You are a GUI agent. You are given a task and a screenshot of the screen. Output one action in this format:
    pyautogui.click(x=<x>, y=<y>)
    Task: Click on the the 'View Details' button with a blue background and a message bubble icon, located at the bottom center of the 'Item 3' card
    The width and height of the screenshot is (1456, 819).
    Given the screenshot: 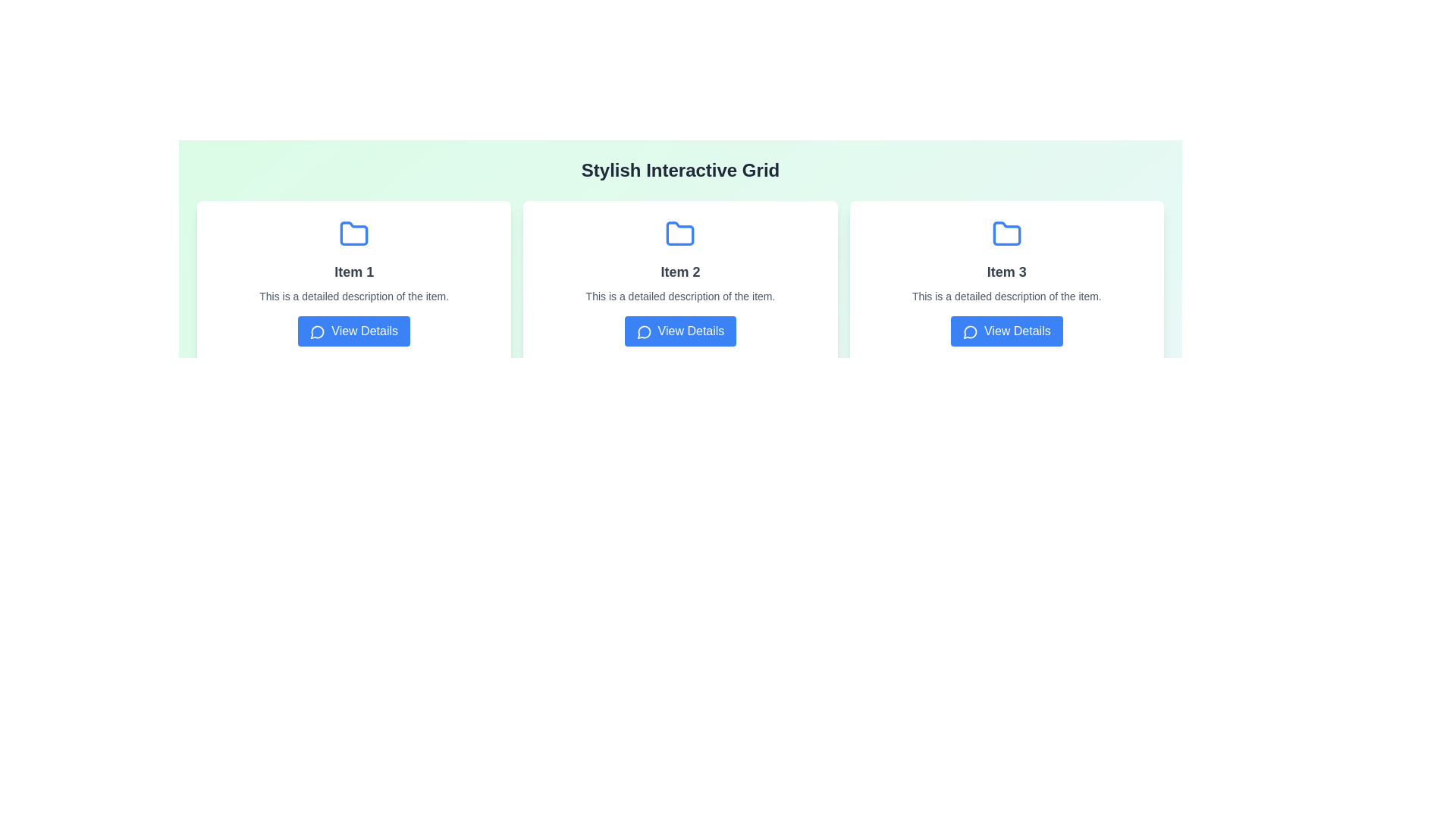 What is the action you would take?
    pyautogui.click(x=1006, y=330)
    